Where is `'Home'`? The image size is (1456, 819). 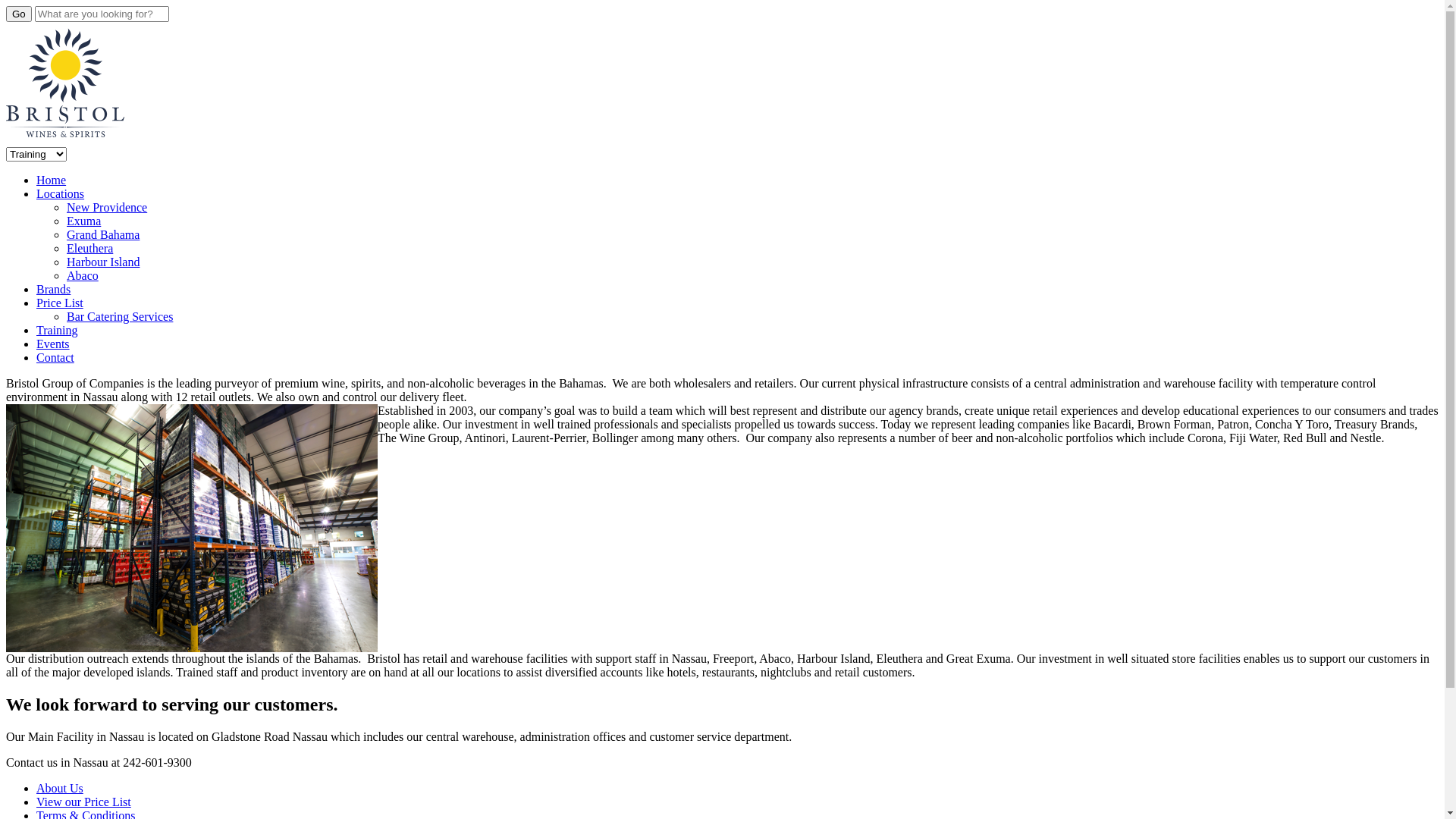 'Home' is located at coordinates (51, 179).